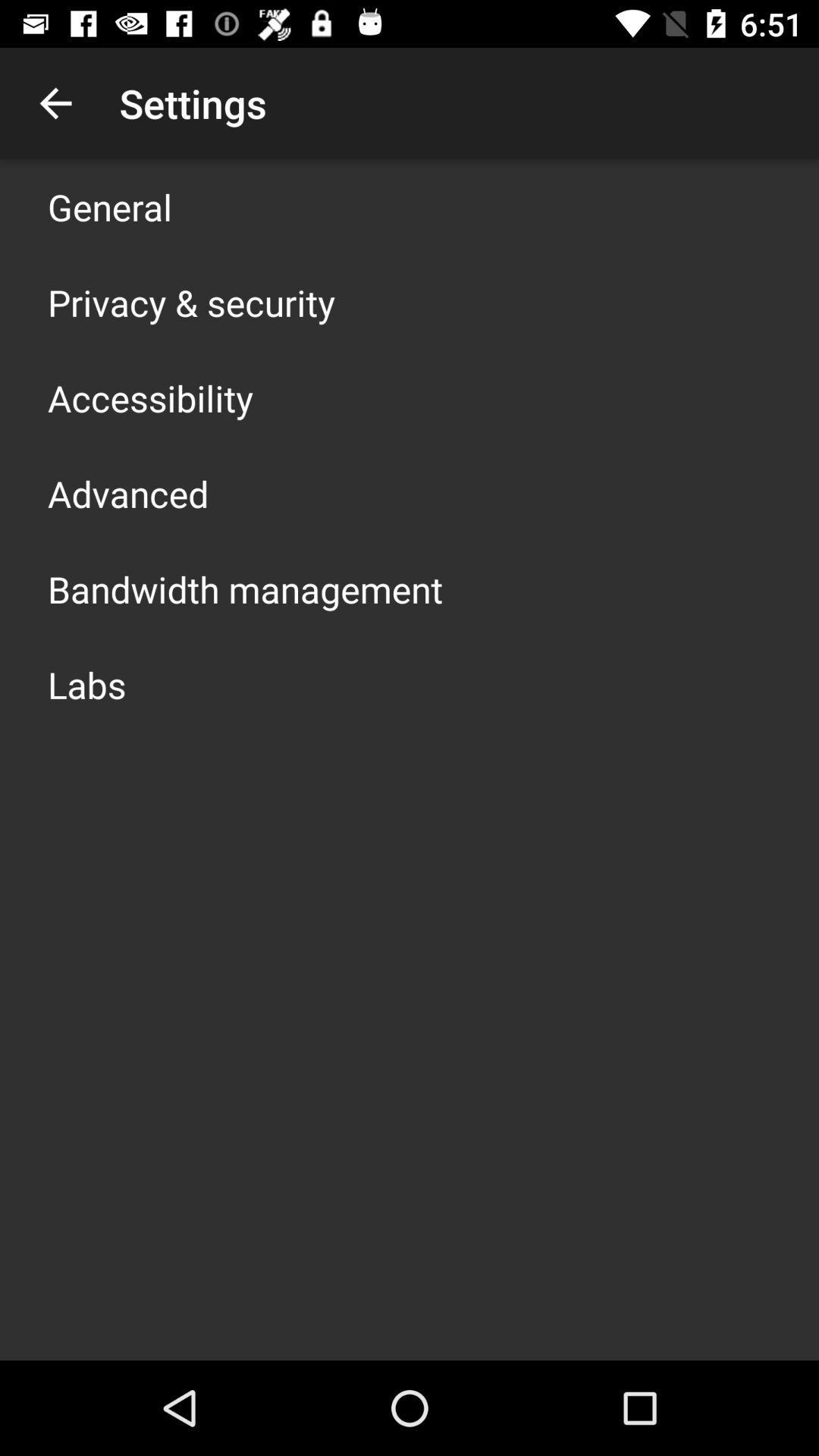 This screenshot has height=1456, width=819. Describe the element at coordinates (244, 588) in the screenshot. I see `the bandwidth management item` at that location.